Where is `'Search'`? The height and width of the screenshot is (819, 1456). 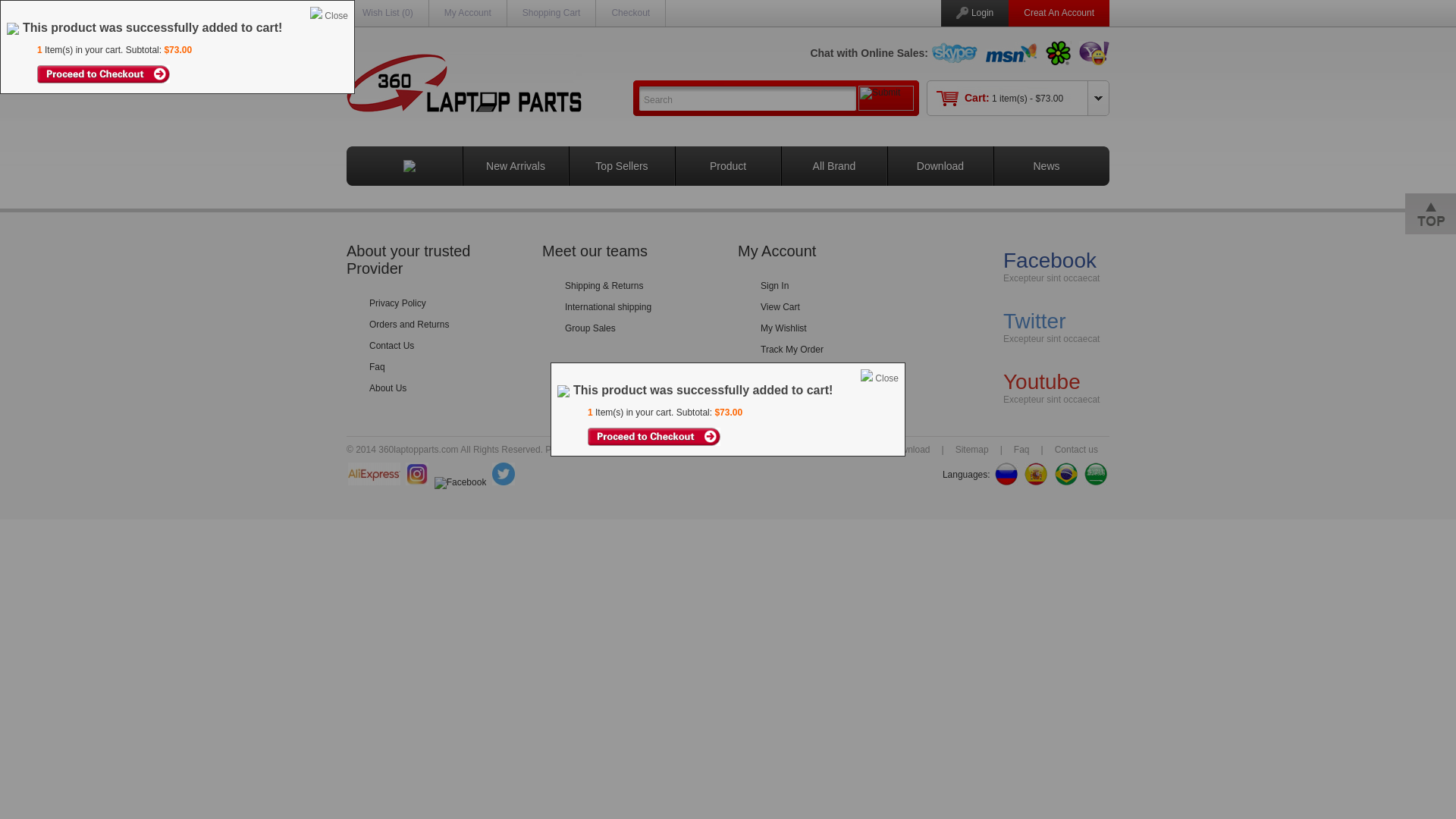 'Search' is located at coordinates (747, 98).